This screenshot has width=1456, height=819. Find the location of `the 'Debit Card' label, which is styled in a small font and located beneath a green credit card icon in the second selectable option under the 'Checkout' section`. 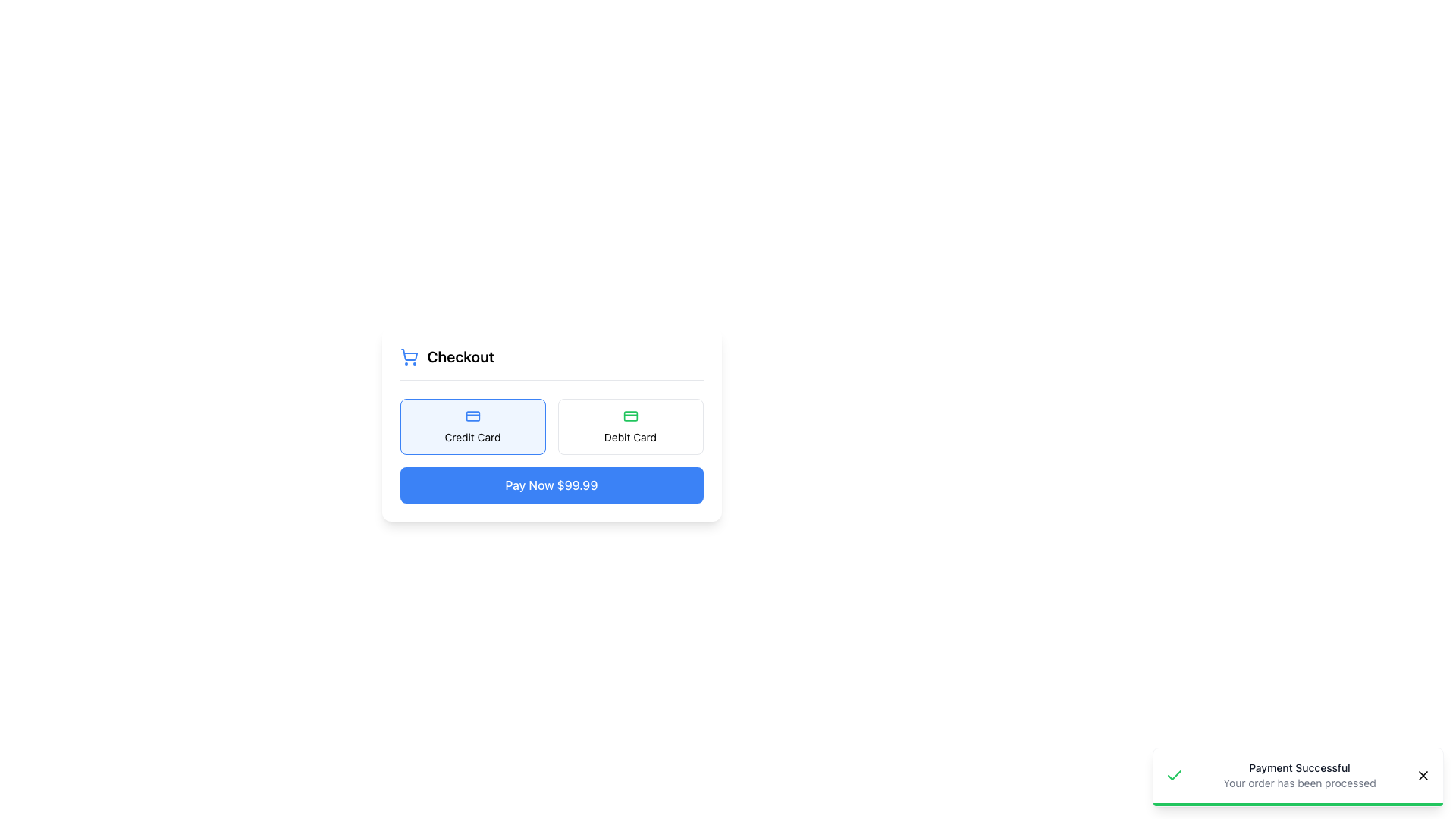

the 'Debit Card' label, which is styled in a small font and located beneath a green credit card icon in the second selectable option under the 'Checkout' section is located at coordinates (630, 438).